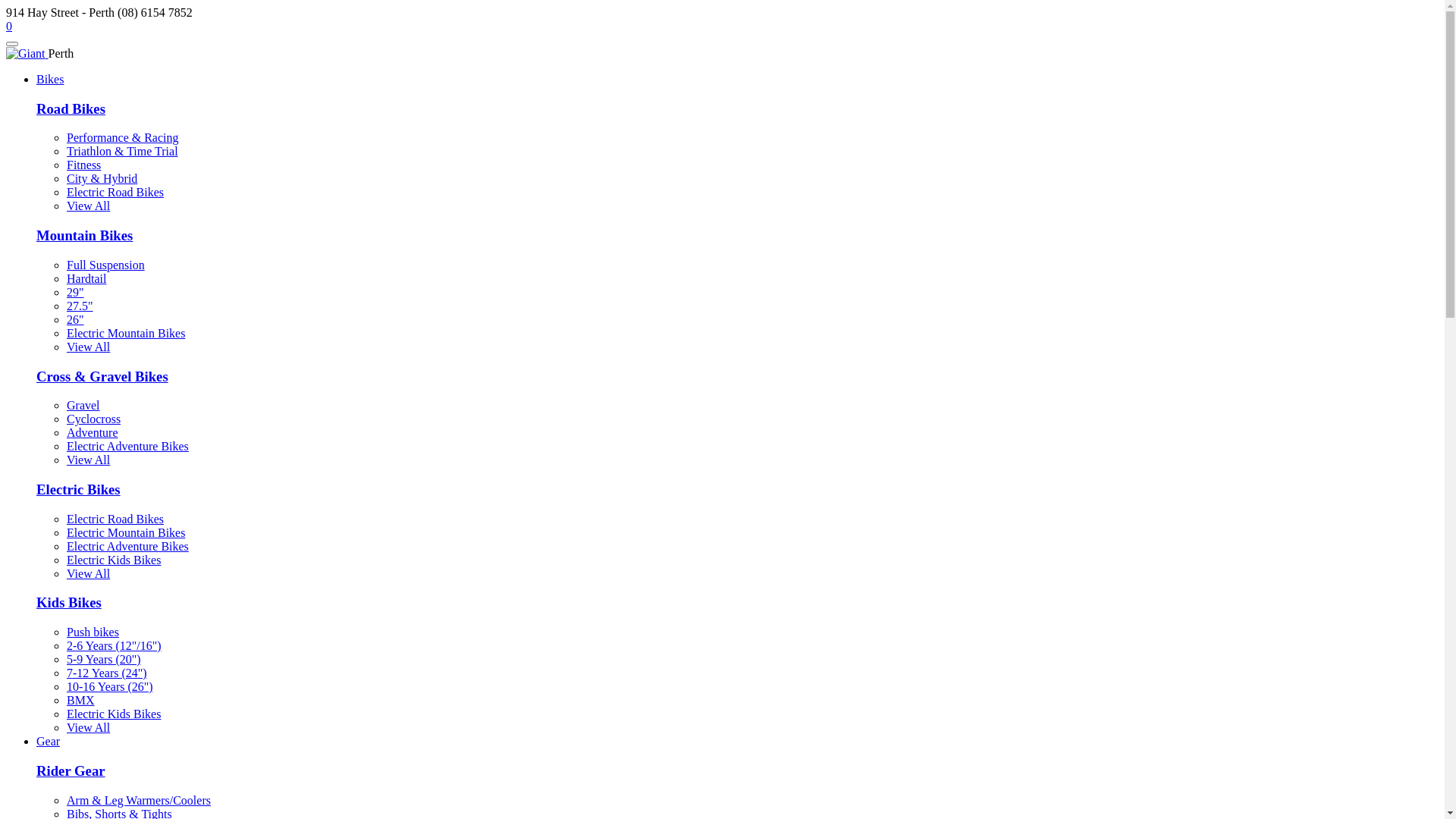  I want to click on 'Push bikes', so click(92, 632).